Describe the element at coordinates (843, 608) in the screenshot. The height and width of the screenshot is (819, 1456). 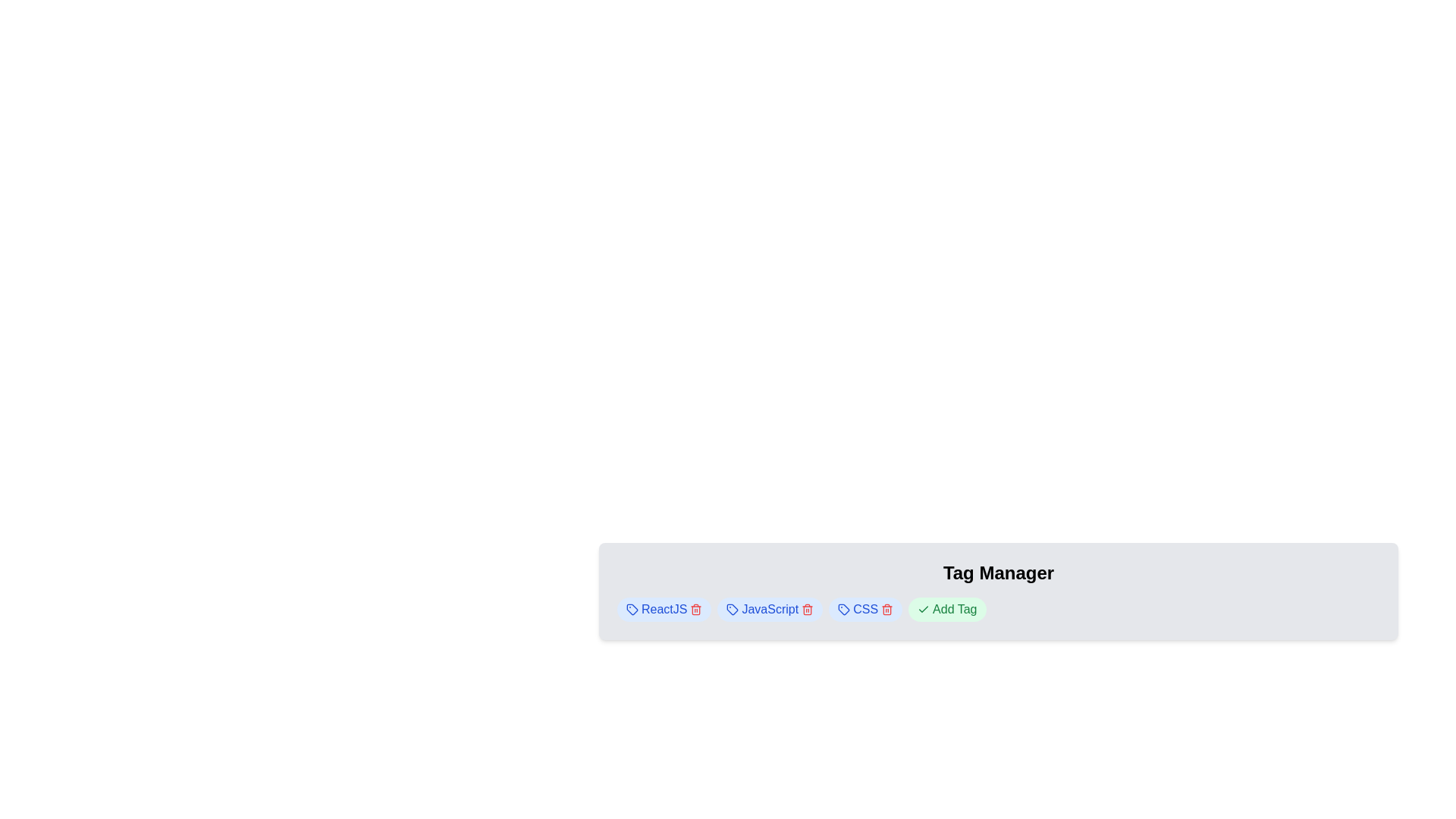
I see `the 'tag' icon, which is a minimalist vector graphic used for labeling or categorization, located to the right of the text labels 'ReactJS', 'JavaScript', and 'CSS', adjacent to the 'Add Tag' button` at that location.